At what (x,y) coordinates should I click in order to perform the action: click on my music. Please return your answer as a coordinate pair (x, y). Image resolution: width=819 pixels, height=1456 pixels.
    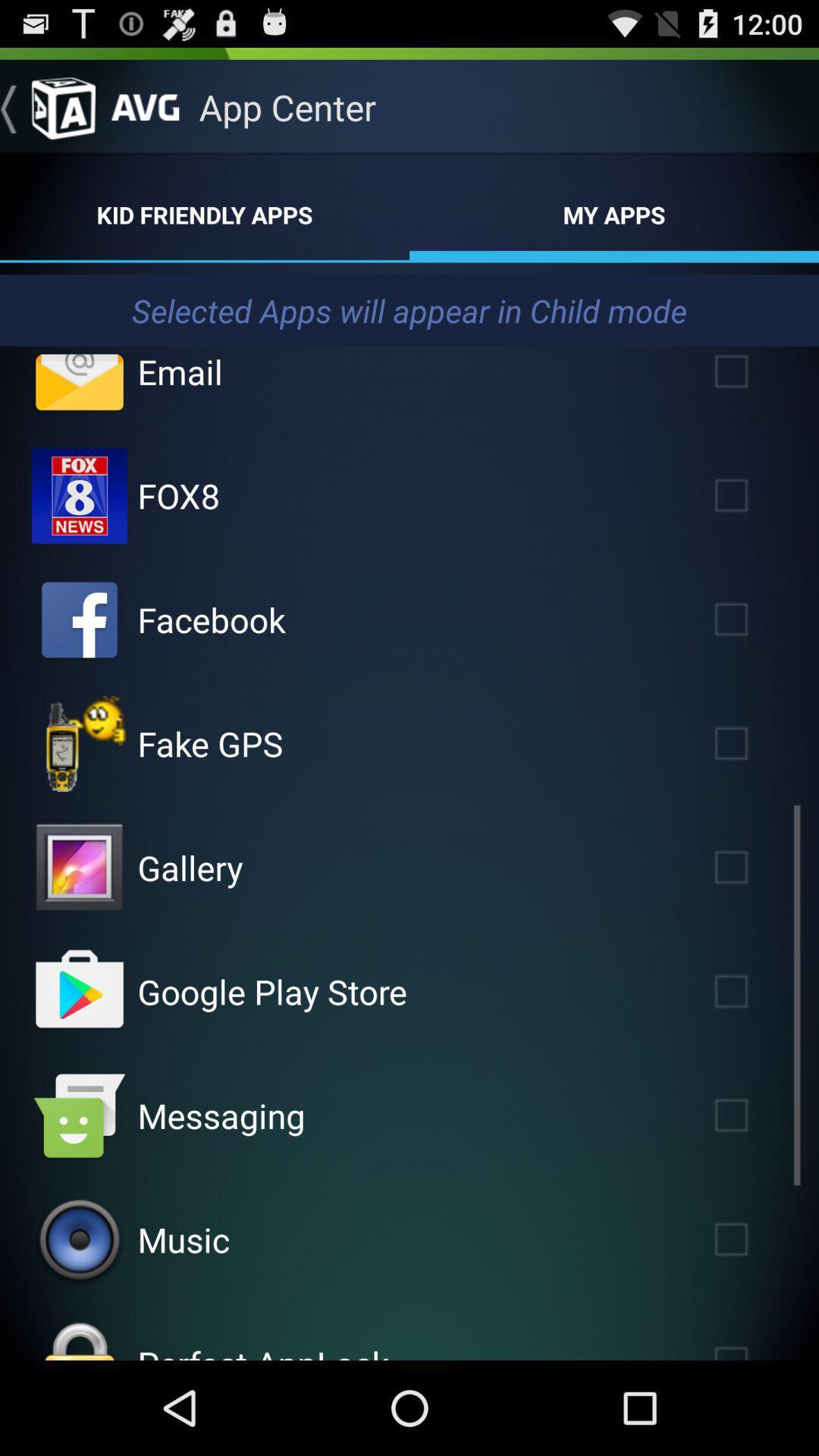
    Looking at the image, I should click on (79, 1240).